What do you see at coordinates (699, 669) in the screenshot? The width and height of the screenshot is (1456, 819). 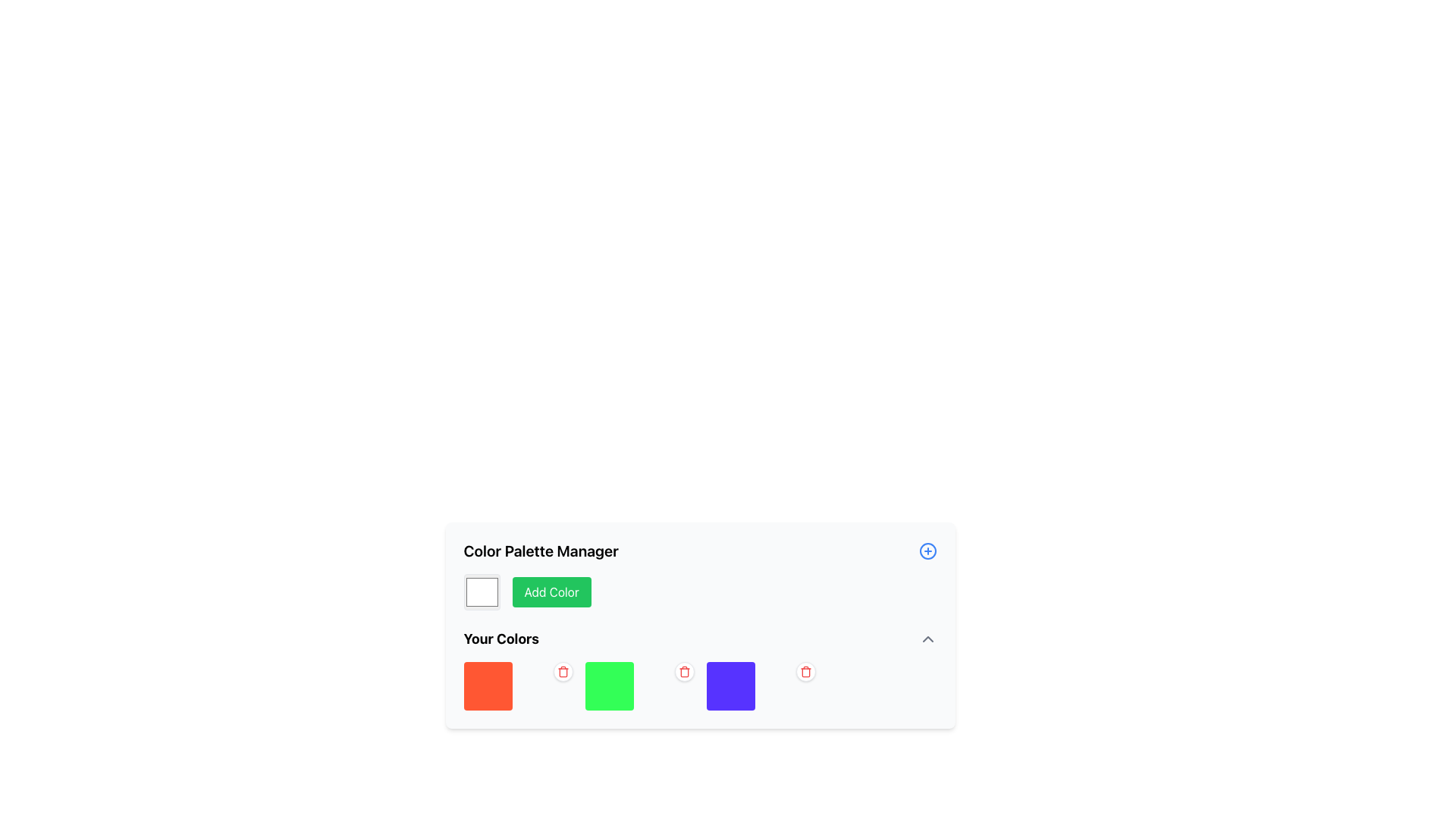 I see `the third color block from the left in the 'Your Colors' section of the Color Palette Manager, which is blue` at bounding box center [699, 669].